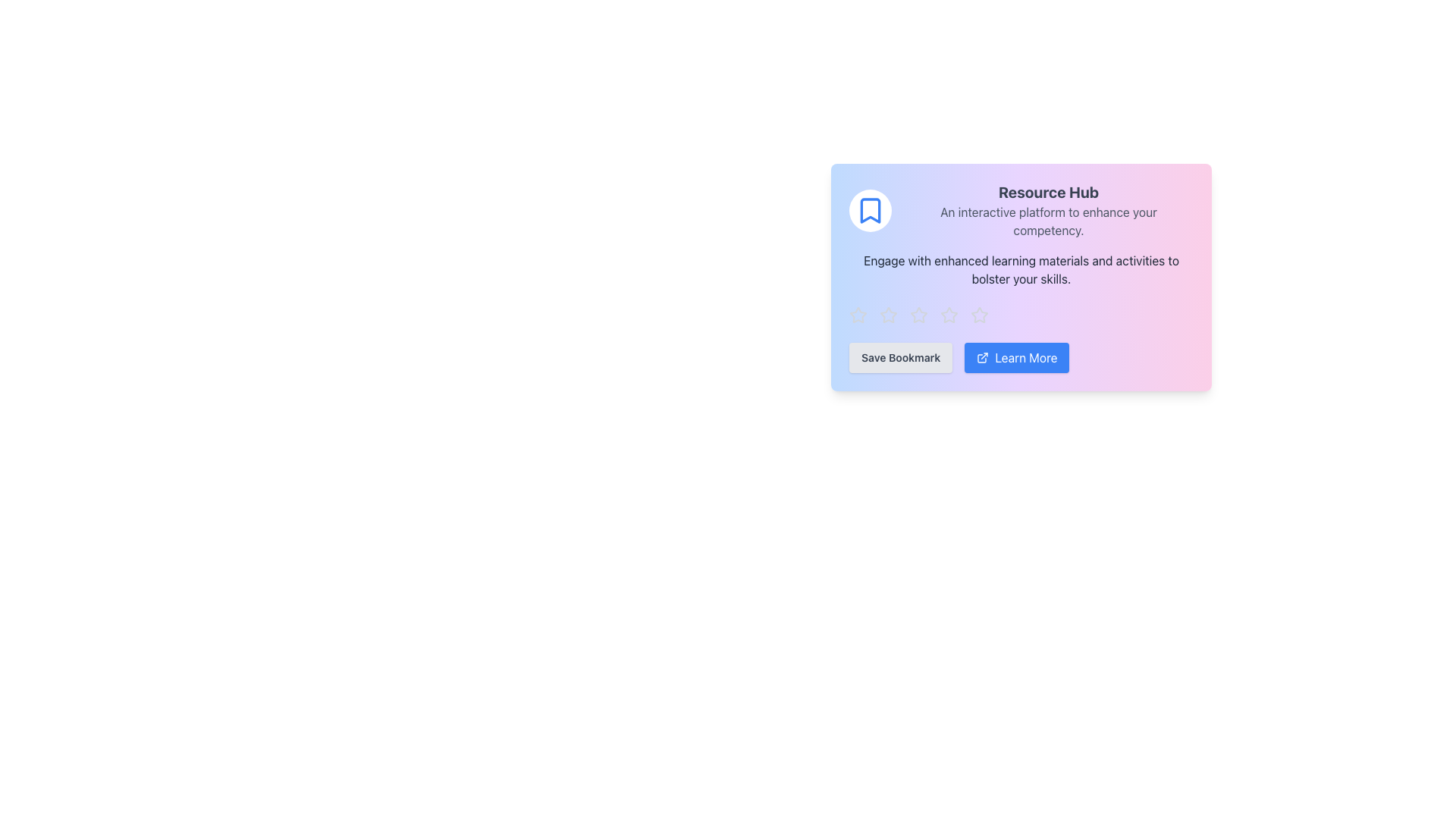  I want to click on the icon located to the left of the 'Learn More' button within a multi-color gradient card interface, so click(983, 357).